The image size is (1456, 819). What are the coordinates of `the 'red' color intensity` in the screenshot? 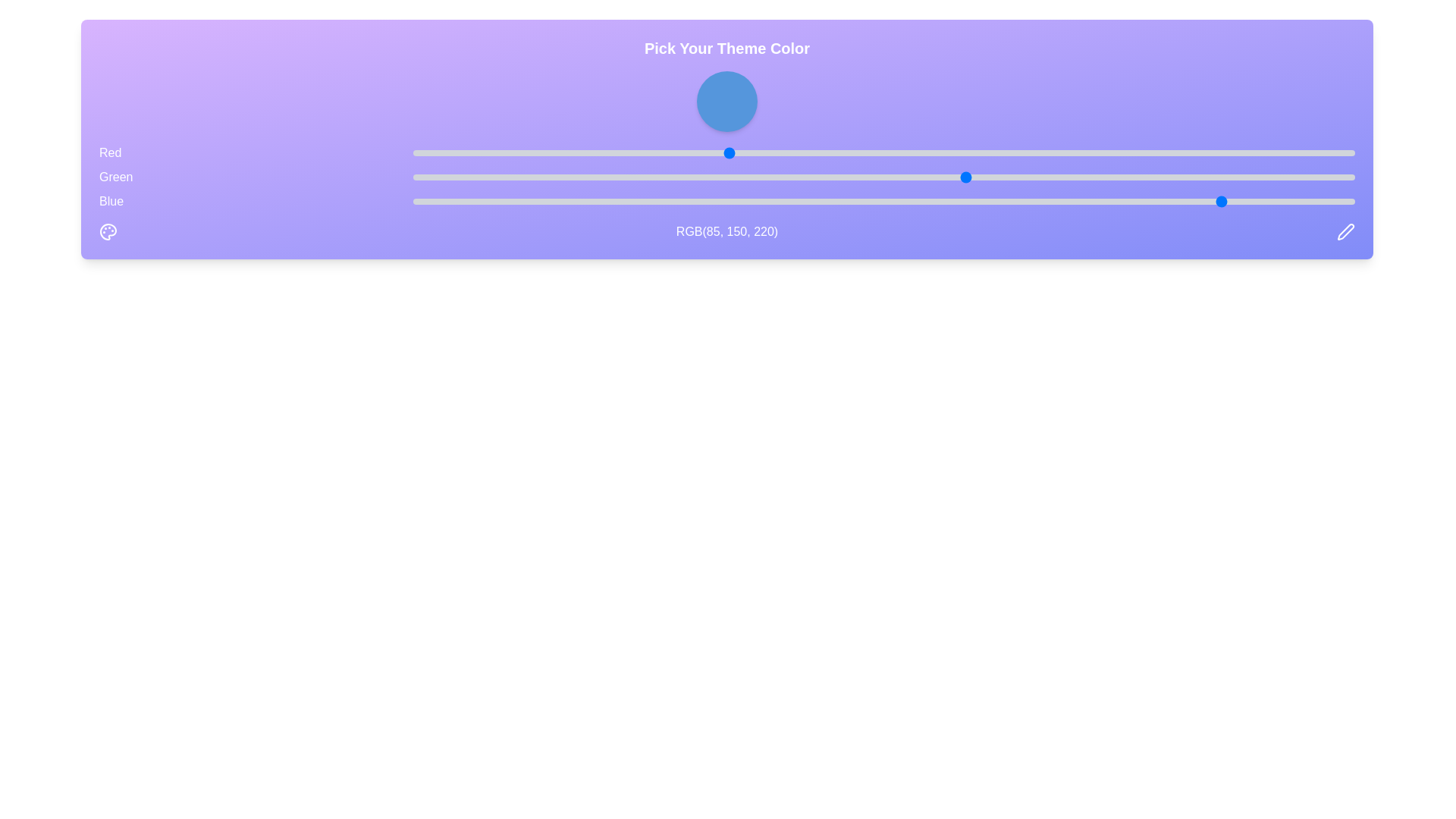 It's located at (460, 152).